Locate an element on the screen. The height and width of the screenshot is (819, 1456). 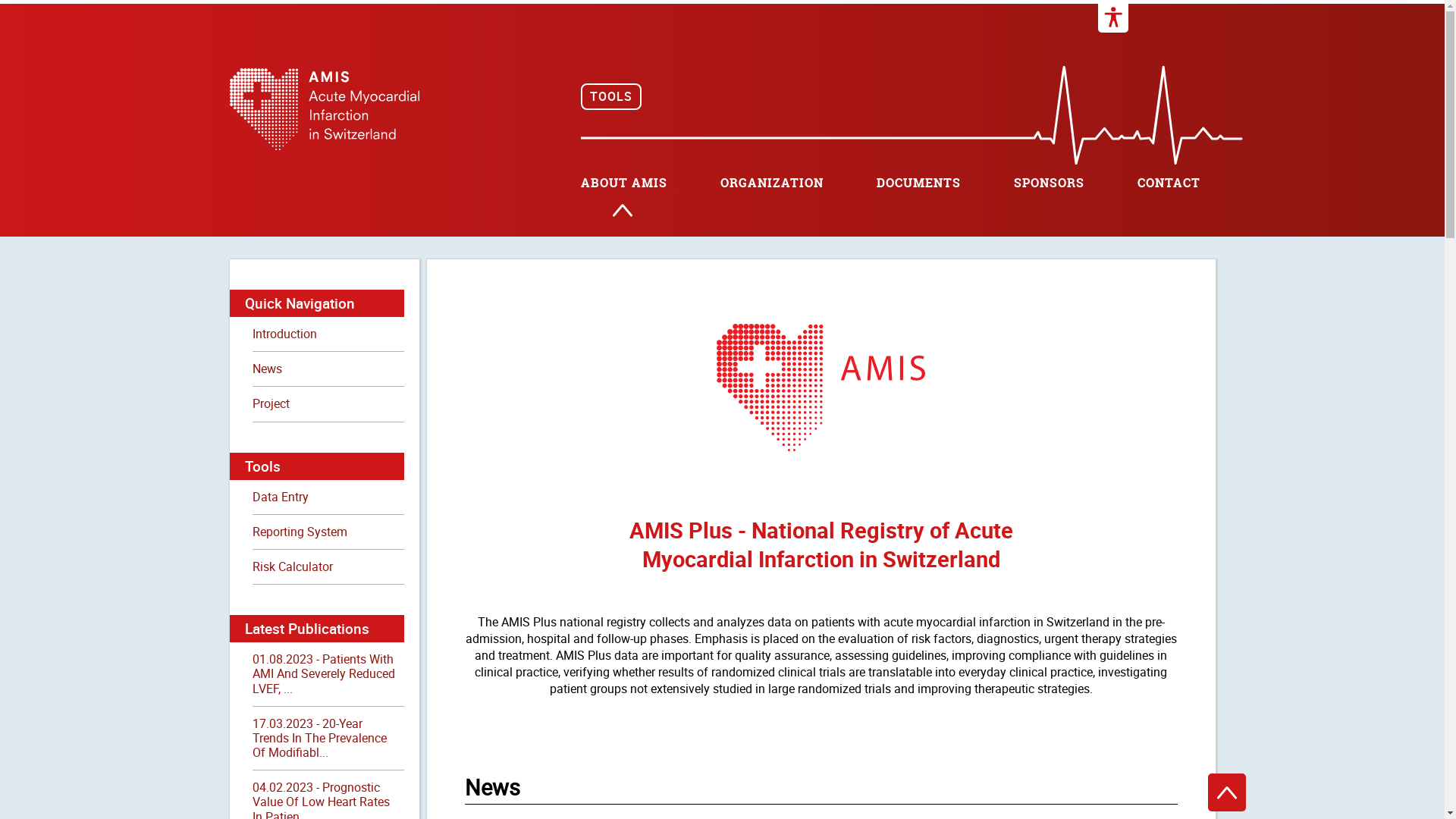
'Data Entry' is located at coordinates (327, 497).